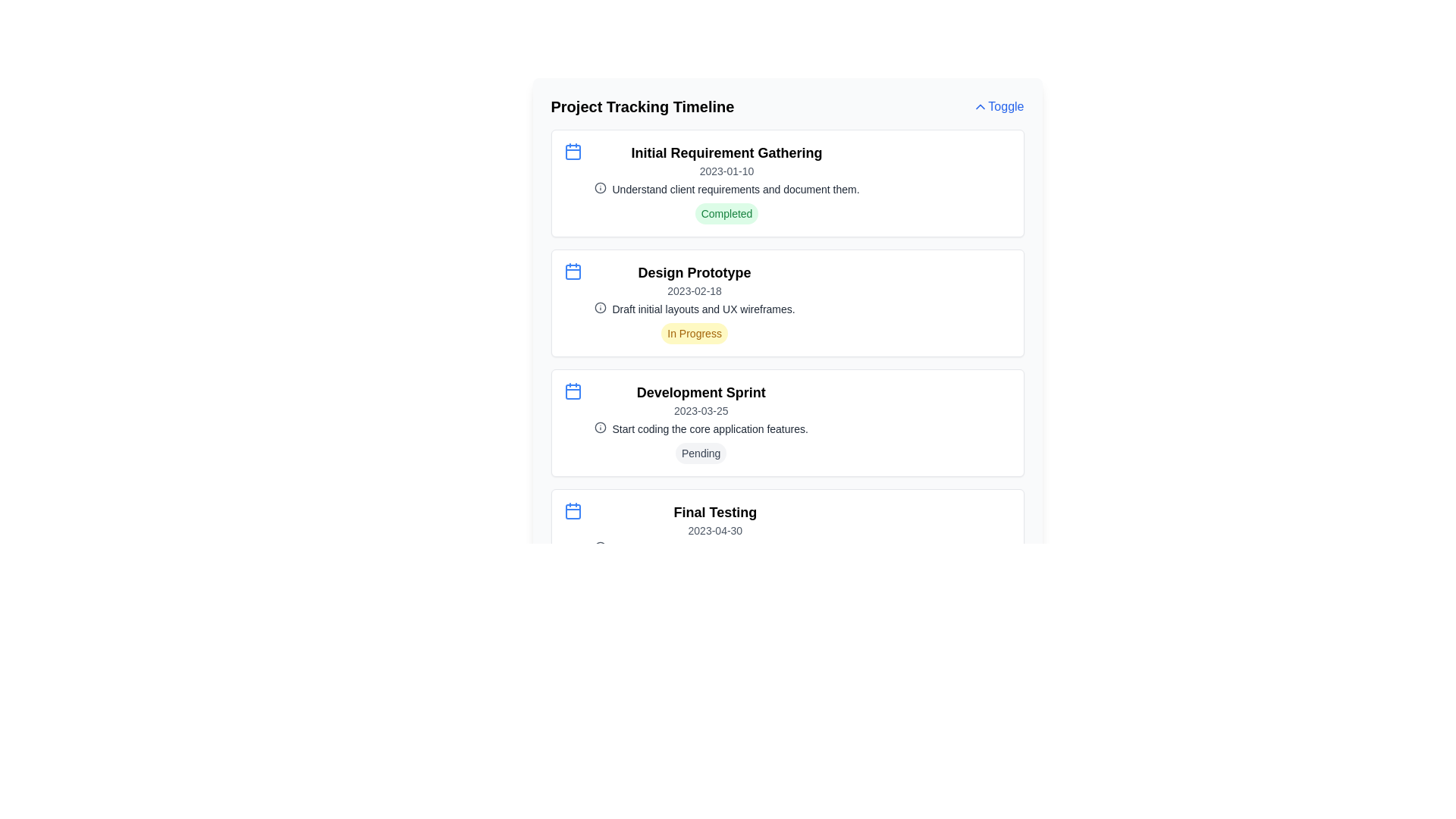  I want to click on the 'In Progress' status indicator badge located under the 'Design Prototype' section of the timeline, which is the second item in the vertical list, so click(694, 332).